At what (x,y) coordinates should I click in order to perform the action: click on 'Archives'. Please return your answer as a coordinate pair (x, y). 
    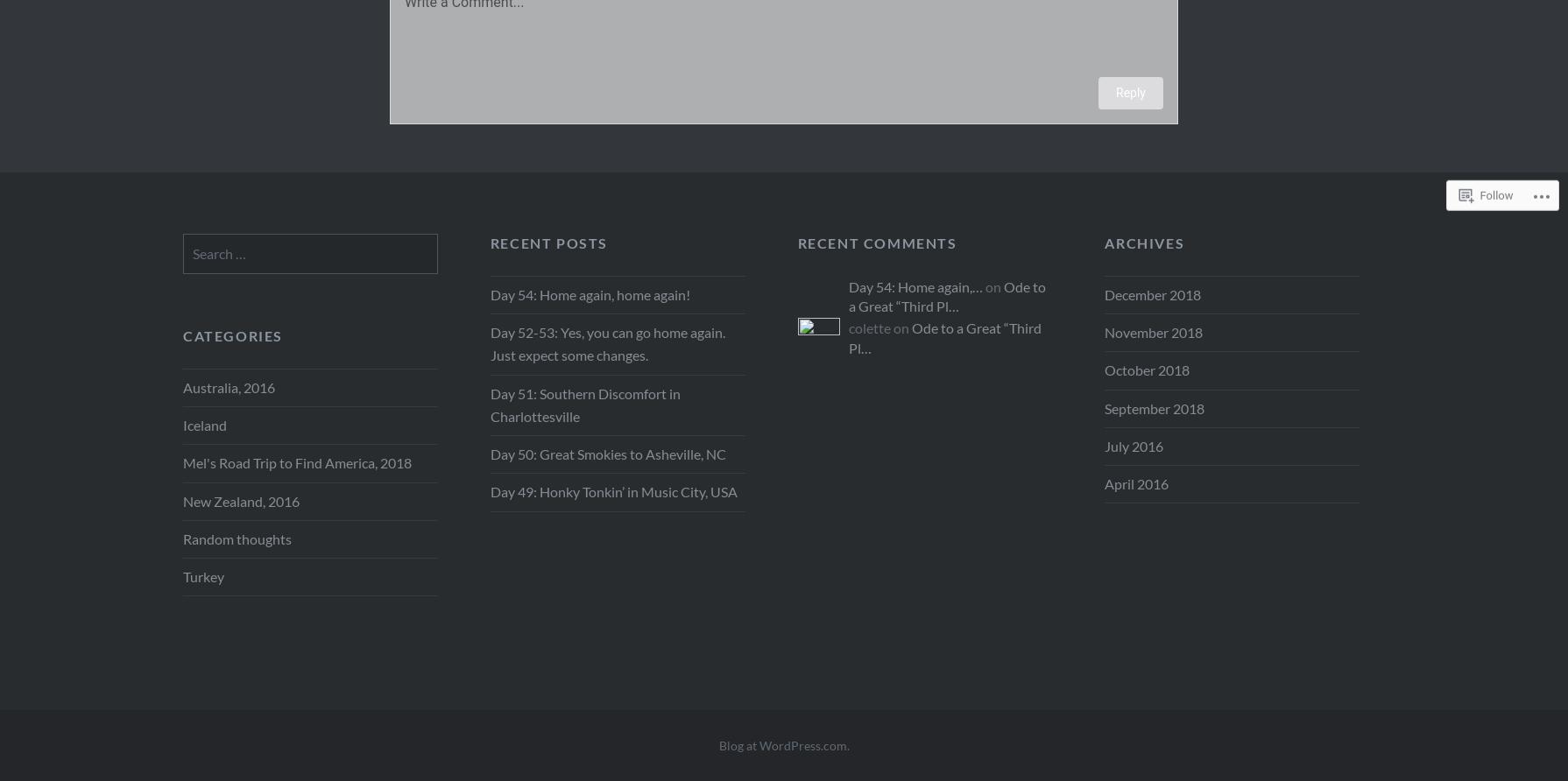
    Looking at the image, I should click on (1144, 243).